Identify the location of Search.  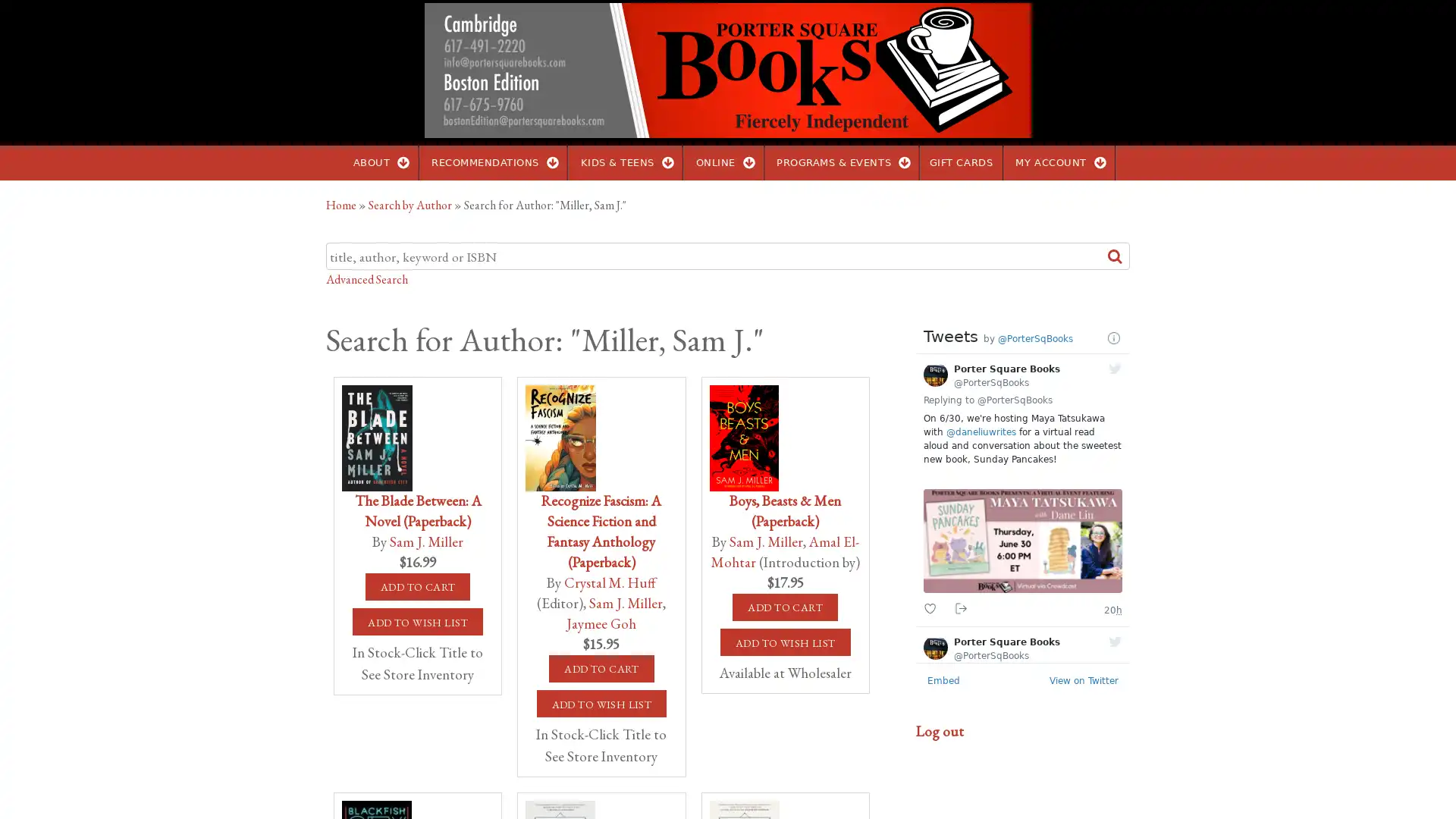
(1115, 256).